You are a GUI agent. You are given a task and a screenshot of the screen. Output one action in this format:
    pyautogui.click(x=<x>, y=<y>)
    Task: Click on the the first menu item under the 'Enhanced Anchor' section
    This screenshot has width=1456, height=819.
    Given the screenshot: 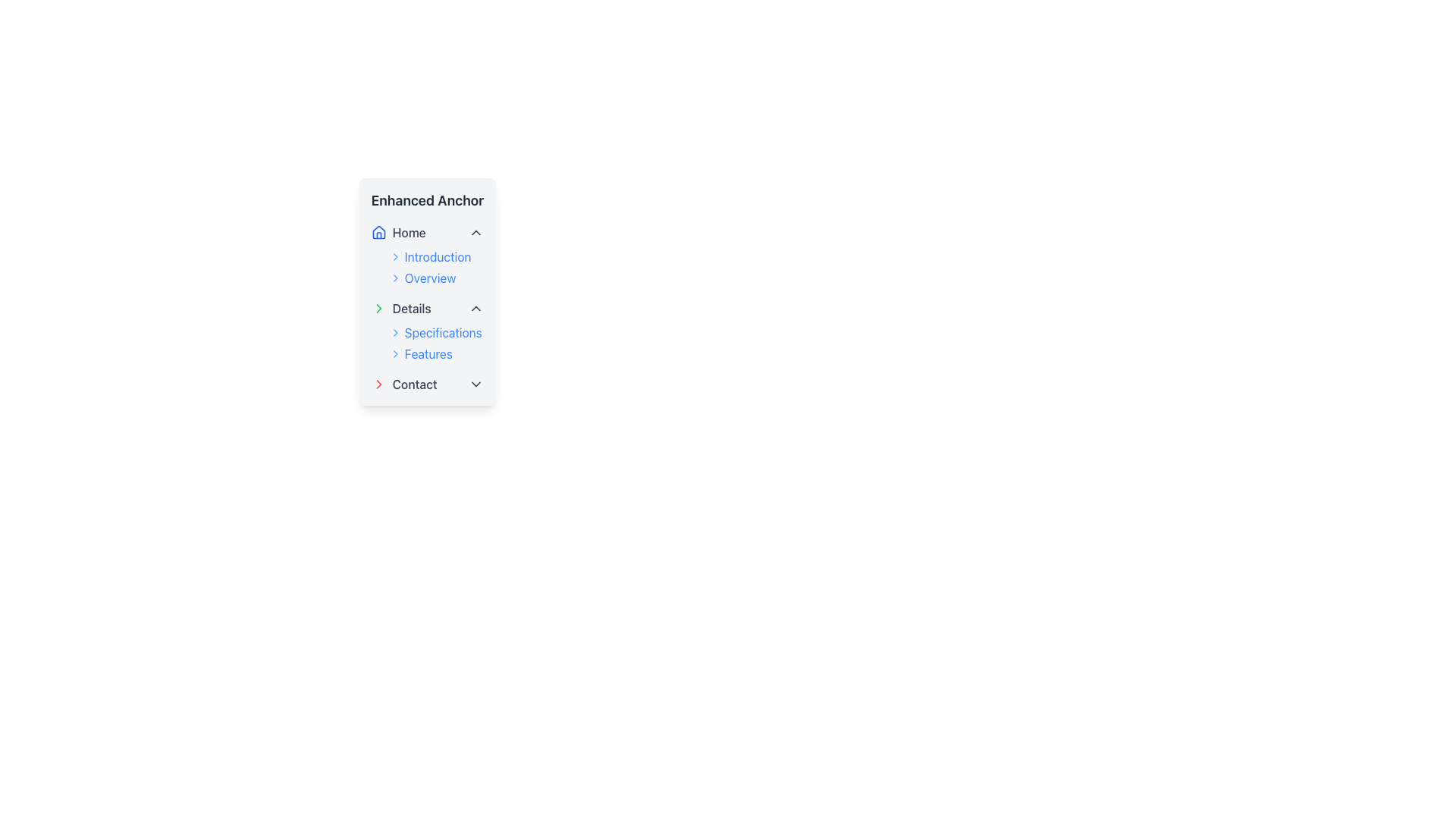 What is the action you would take?
    pyautogui.click(x=427, y=233)
    